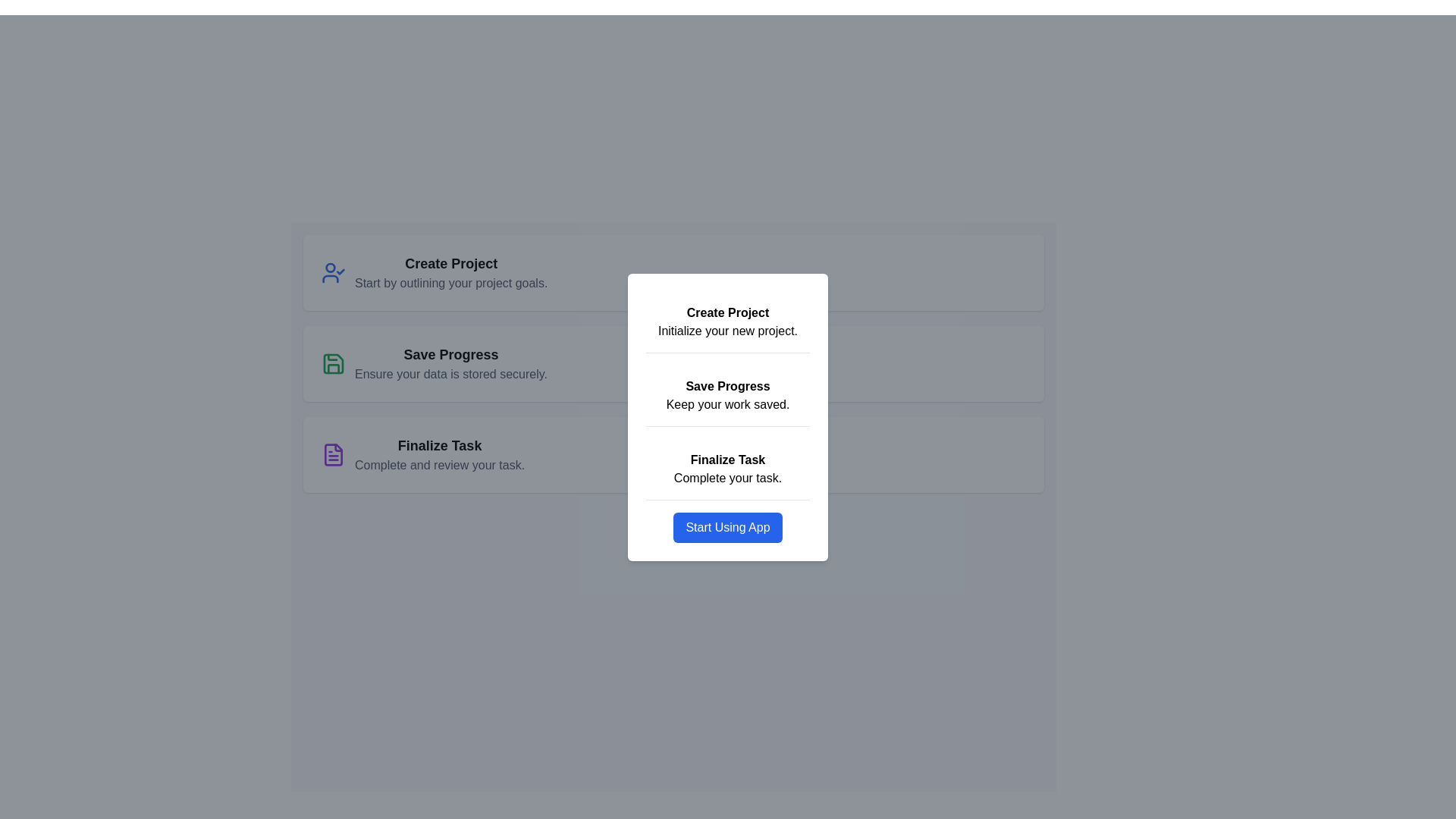 This screenshot has width=1456, height=819. Describe the element at coordinates (333, 369) in the screenshot. I see `the green save icon located within the 'Save Progress' card at the bottom center of the vertical list in the left panel` at that location.